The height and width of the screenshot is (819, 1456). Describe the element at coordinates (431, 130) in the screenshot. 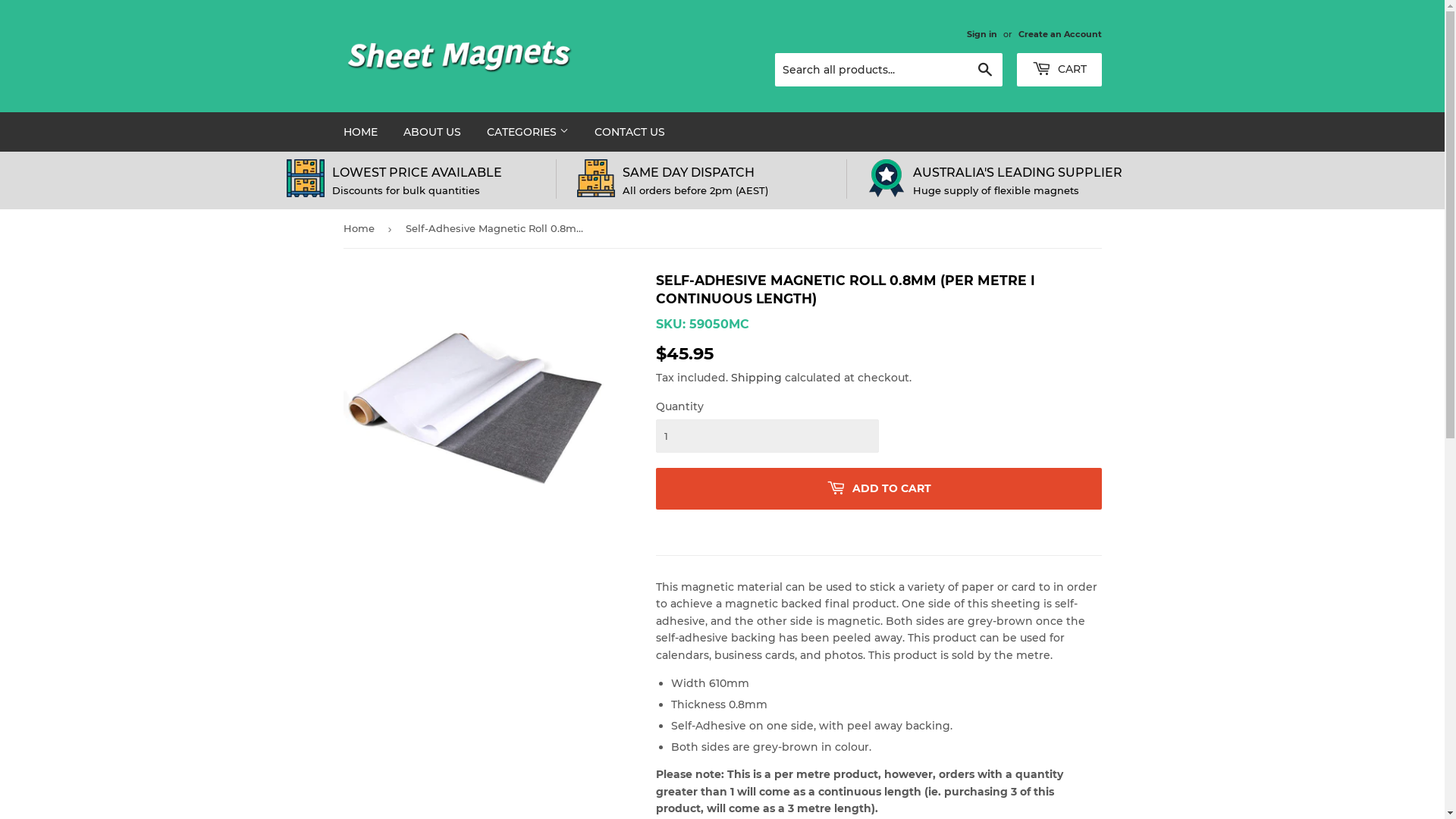

I see `'ABOUT US'` at that location.